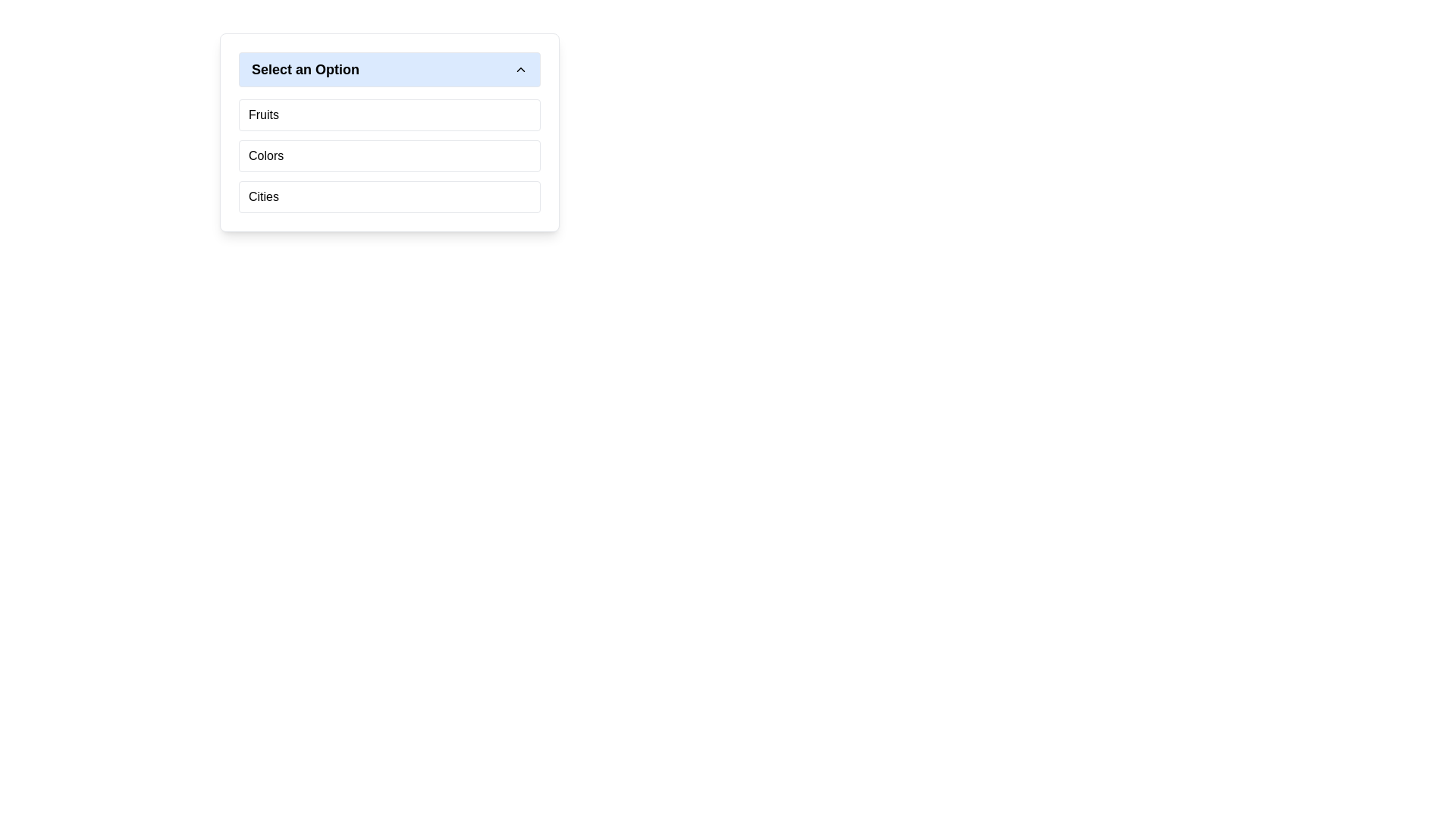 The image size is (1456, 819). What do you see at coordinates (389, 155) in the screenshot?
I see `the second item in the vertically stacked list, which is positioned below the 'Fruits' option and above the 'Cities' option` at bounding box center [389, 155].